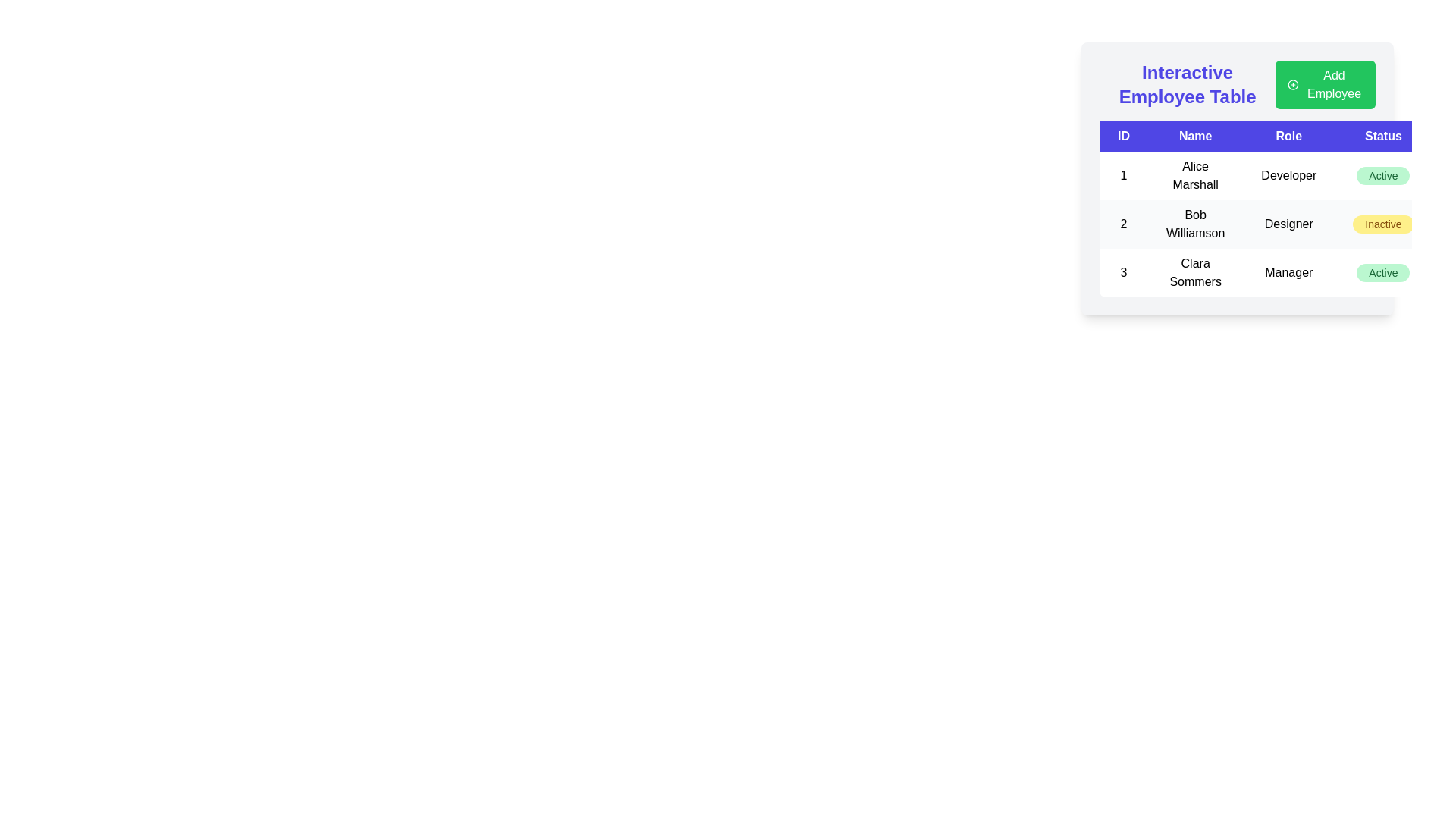 This screenshot has height=819, width=1456. I want to click on the text field displaying the name 'Alice Marshall' in the second column of the first row of the table, so click(1194, 174).